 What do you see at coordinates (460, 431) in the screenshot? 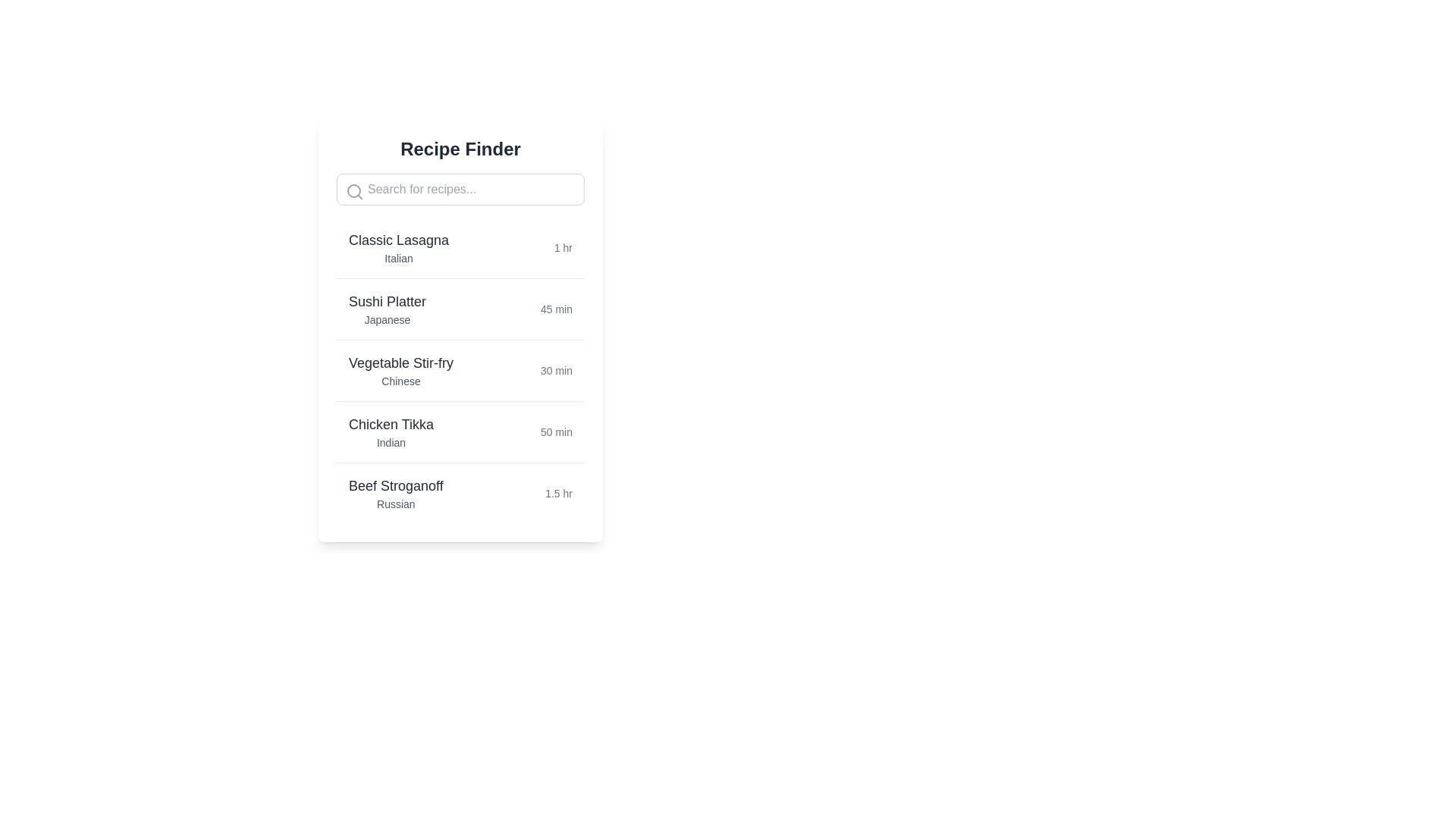
I see `the list item displaying 'Chicken Tikka' with 'Indian' and '50 min'` at bounding box center [460, 431].